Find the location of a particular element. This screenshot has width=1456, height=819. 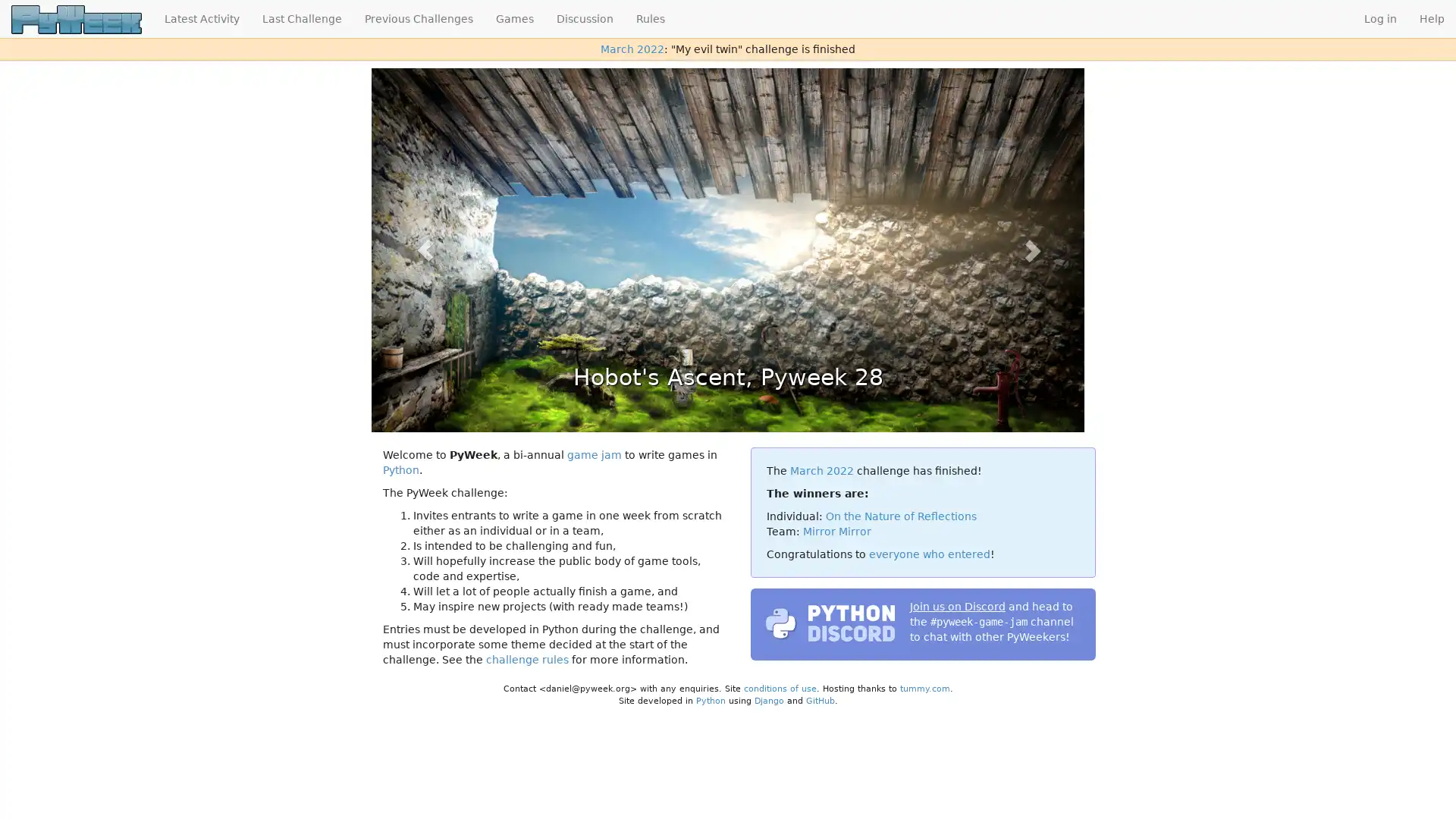

Previous is located at coordinates (425, 249).